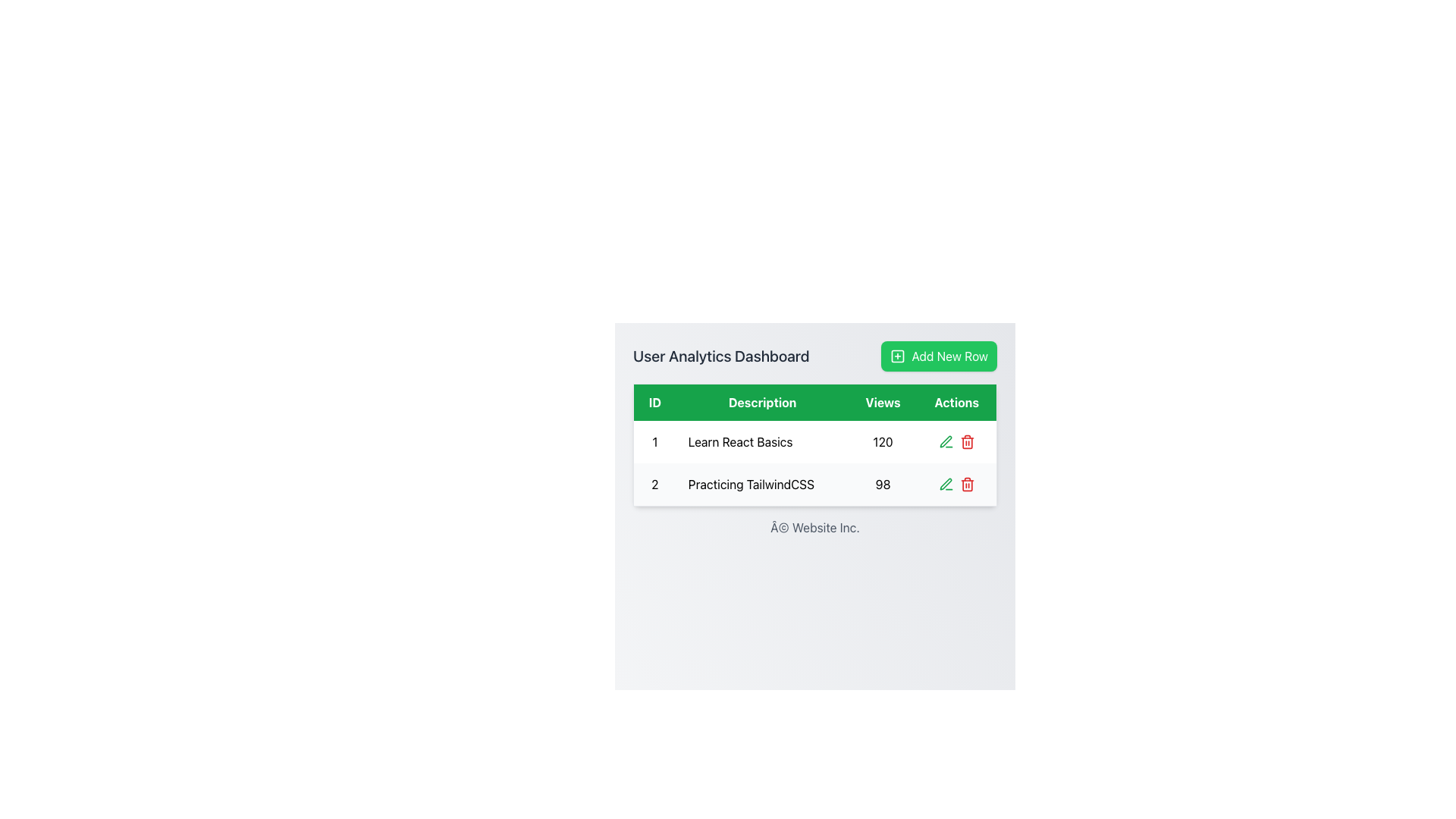  Describe the element at coordinates (883, 485) in the screenshot. I see `the number displayed in the Numerical Text Display that indicates the view count for the 'Practicing TailwindCSS' entry in the 'Views' column` at that location.